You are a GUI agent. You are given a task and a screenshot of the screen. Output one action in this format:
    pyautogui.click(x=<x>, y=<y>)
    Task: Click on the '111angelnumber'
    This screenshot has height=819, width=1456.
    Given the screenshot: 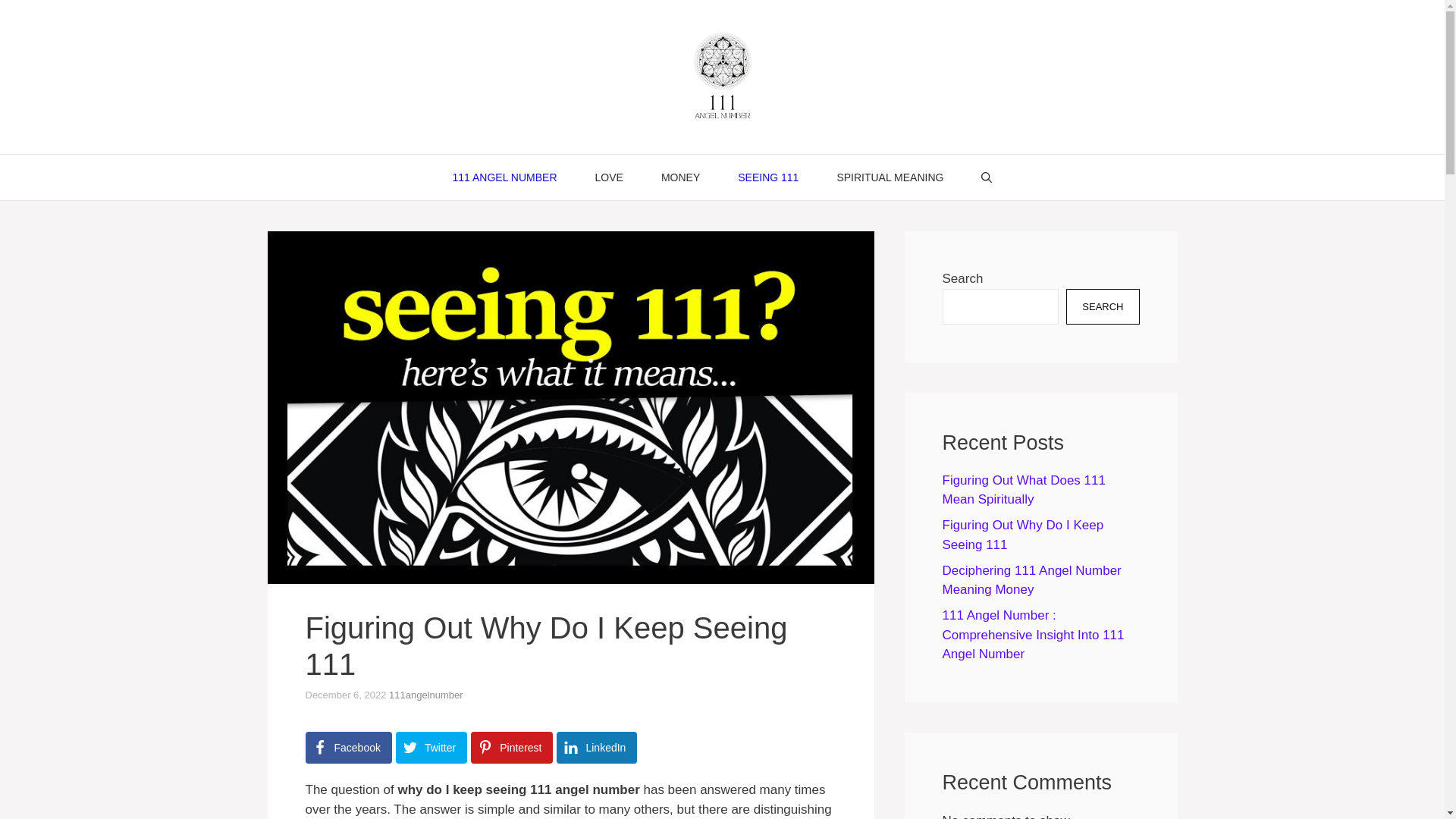 What is the action you would take?
    pyautogui.click(x=425, y=695)
    